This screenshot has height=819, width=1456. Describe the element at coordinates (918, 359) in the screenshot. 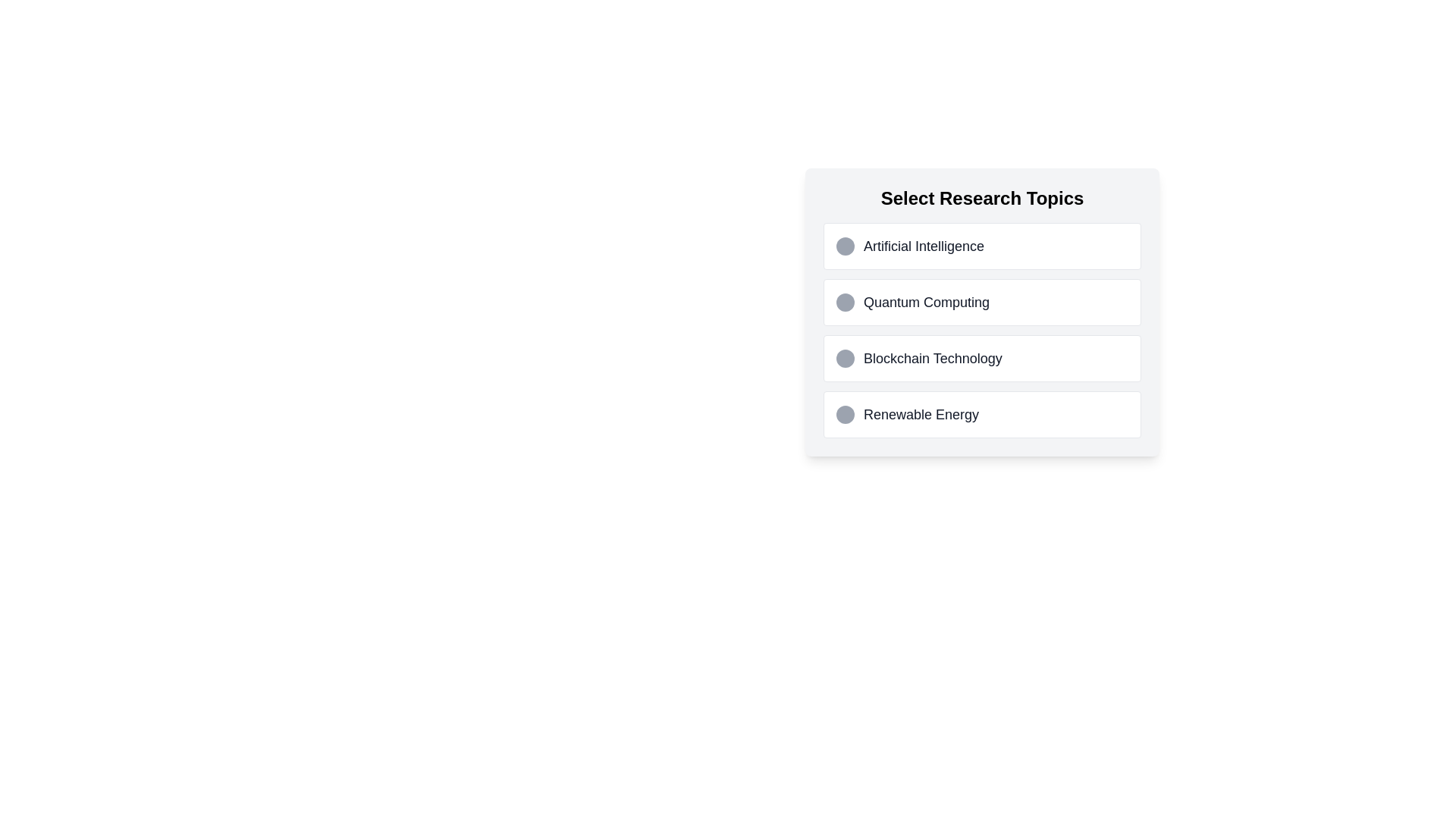

I see `the circular icon next to the 'Blockchain Technology' option in the selectable list under 'Select Research Topics'` at that location.